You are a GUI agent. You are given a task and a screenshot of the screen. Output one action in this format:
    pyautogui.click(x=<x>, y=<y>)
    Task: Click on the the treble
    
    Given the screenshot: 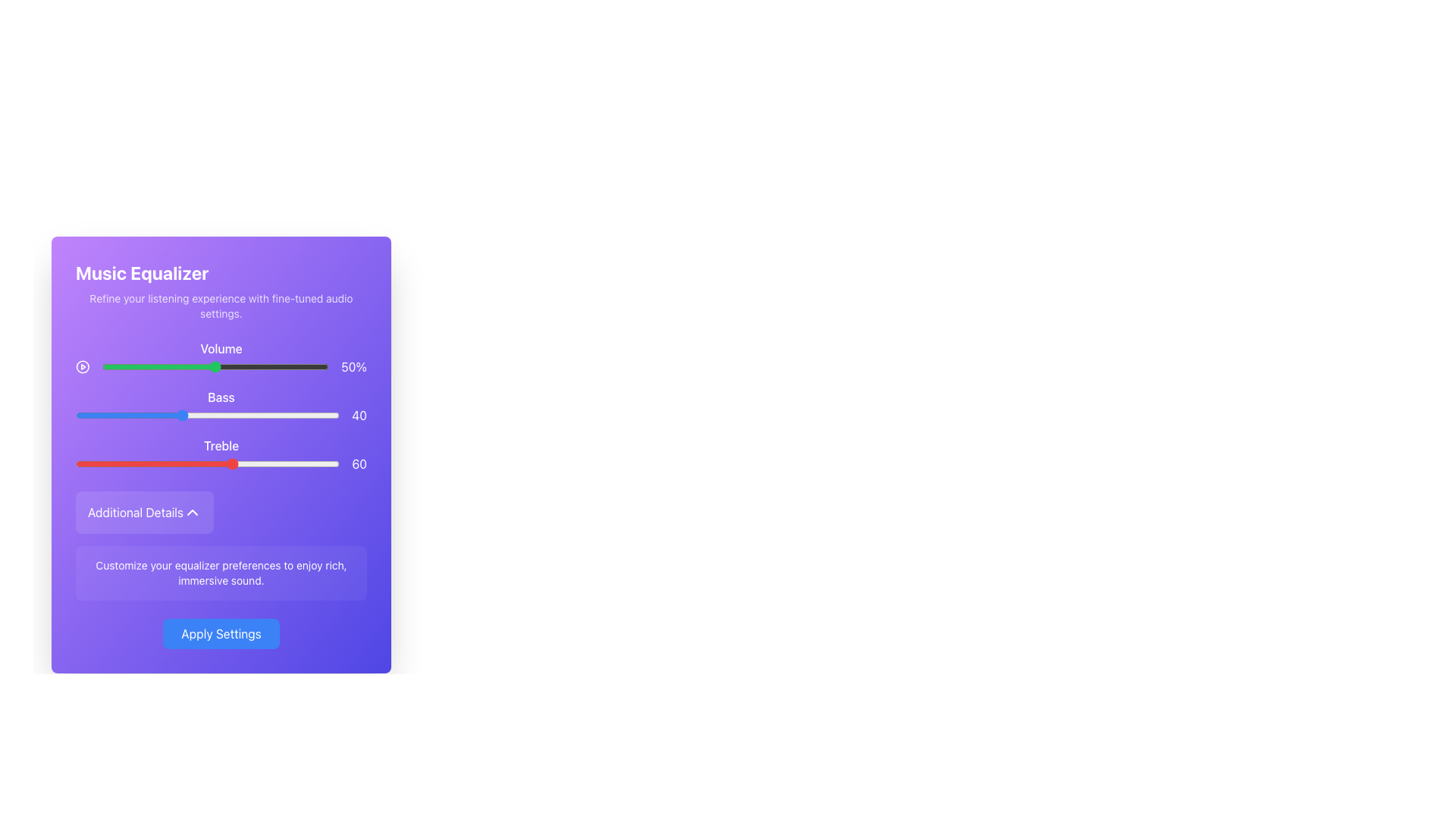 What is the action you would take?
    pyautogui.click(x=144, y=463)
    